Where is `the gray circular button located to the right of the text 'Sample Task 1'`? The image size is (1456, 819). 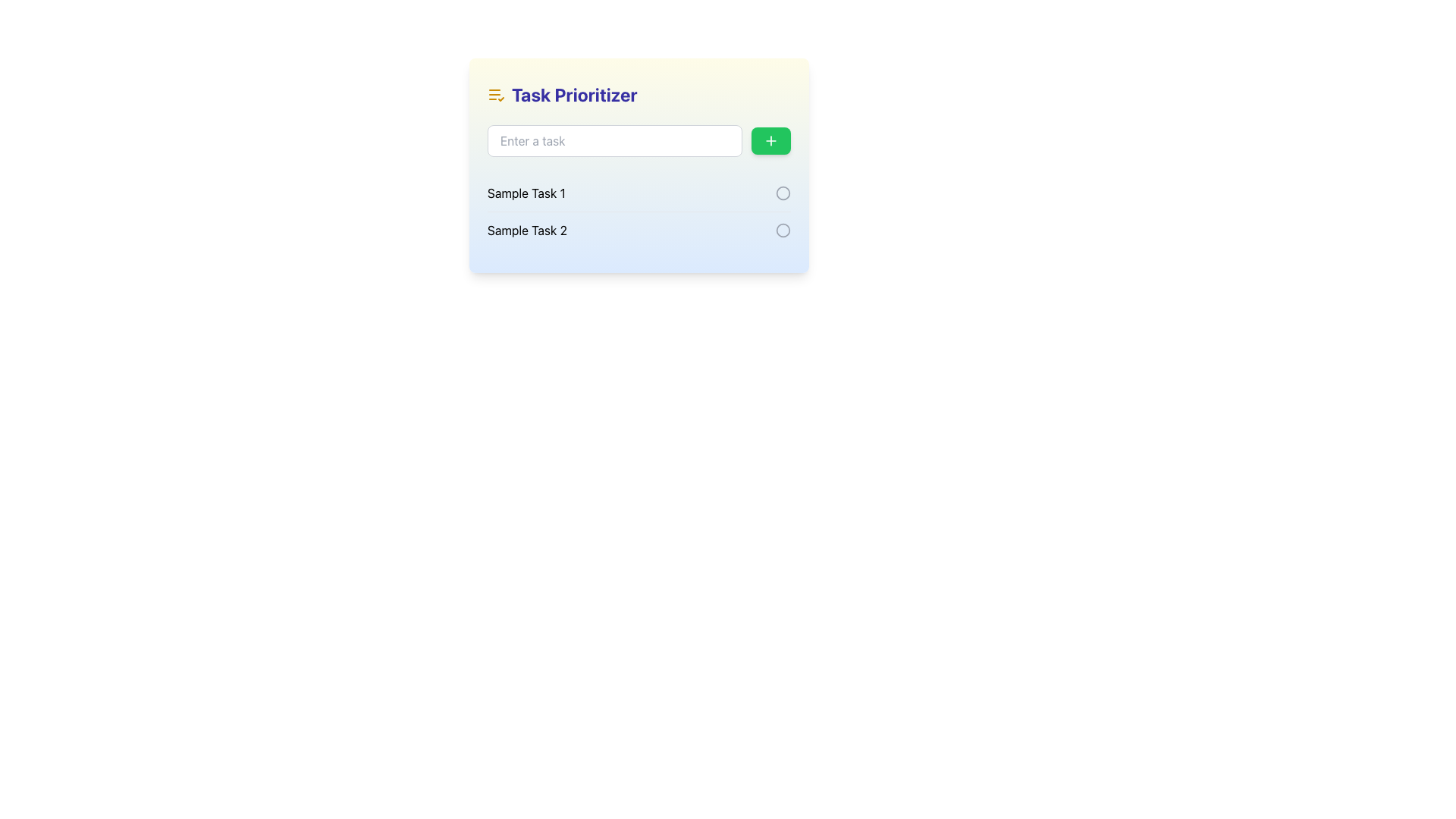
the gray circular button located to the right of the text 'Sample Task 1' is located at coordinates (783, 192).